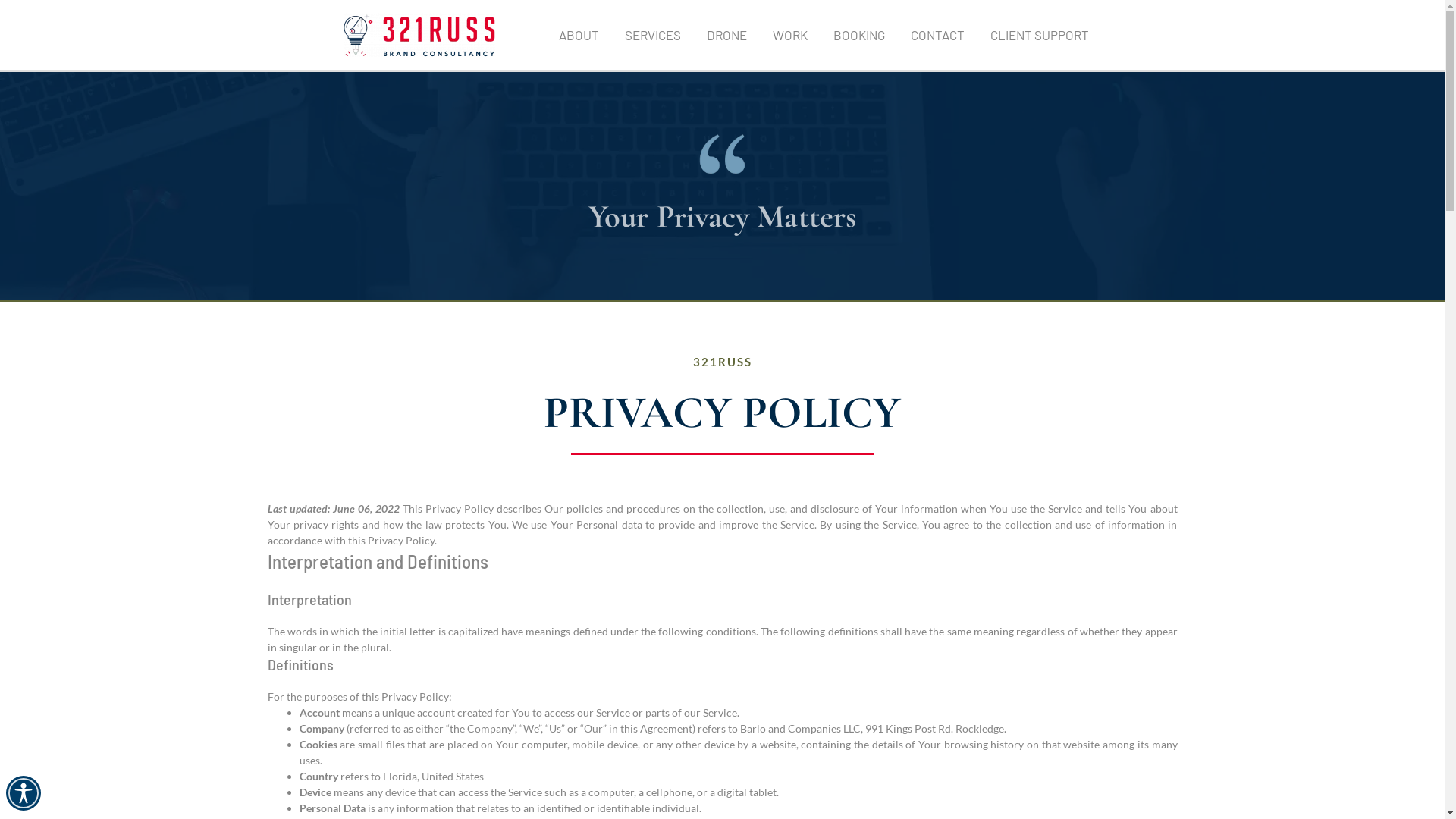 The height and width of the screenshot is (819, 1456). What do you see at coordinates (1037, 34) in the screenshot?
I see `'CLIENT SUPPORT'` at bounding box center [1037, 34].